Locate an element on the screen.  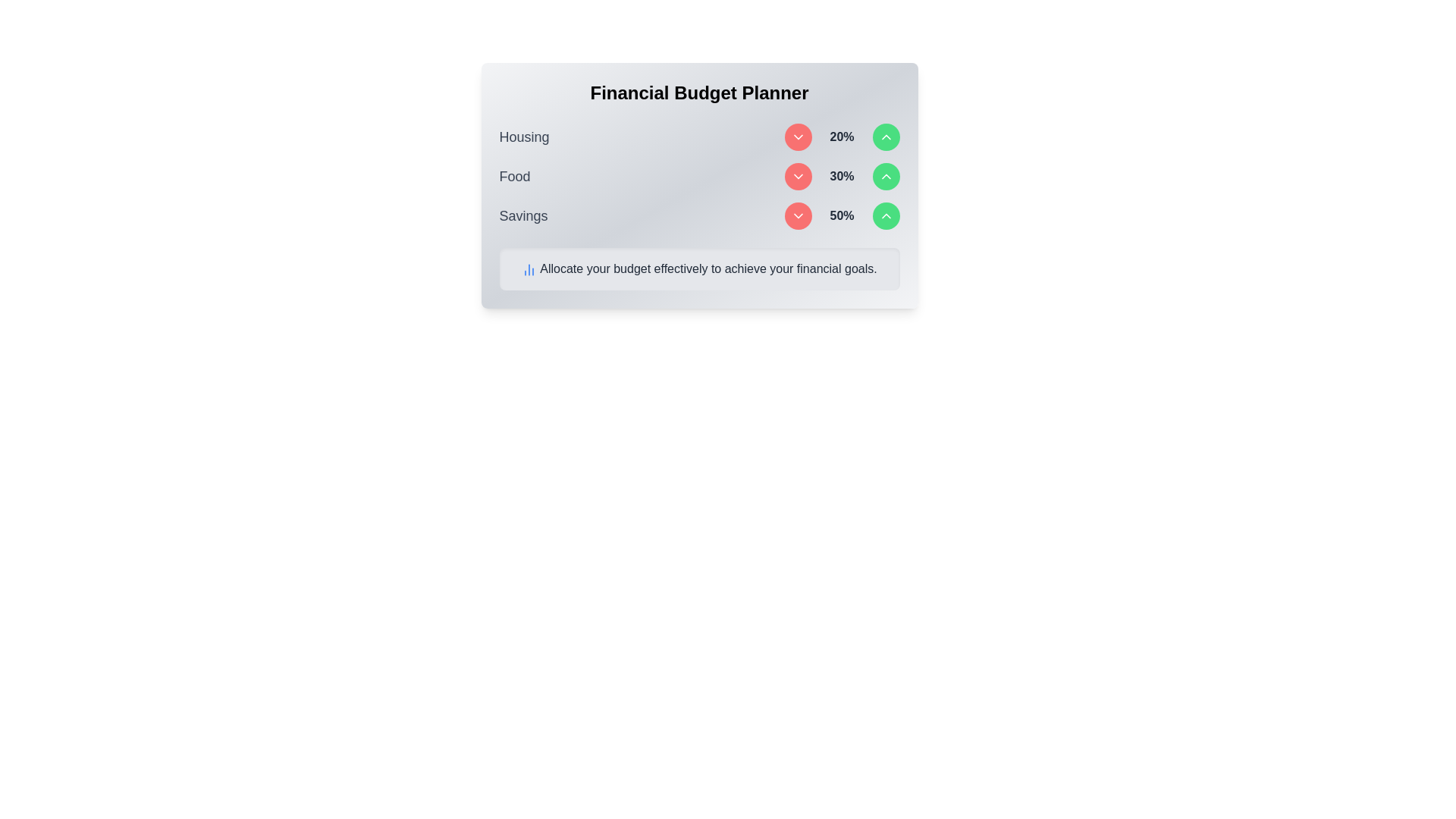
the percentage display label in the 'Housing' section of the 'Financial Budget Planner', located centrally between the red down arrow button and the green up arrow button is located at coordinates (841, 137).